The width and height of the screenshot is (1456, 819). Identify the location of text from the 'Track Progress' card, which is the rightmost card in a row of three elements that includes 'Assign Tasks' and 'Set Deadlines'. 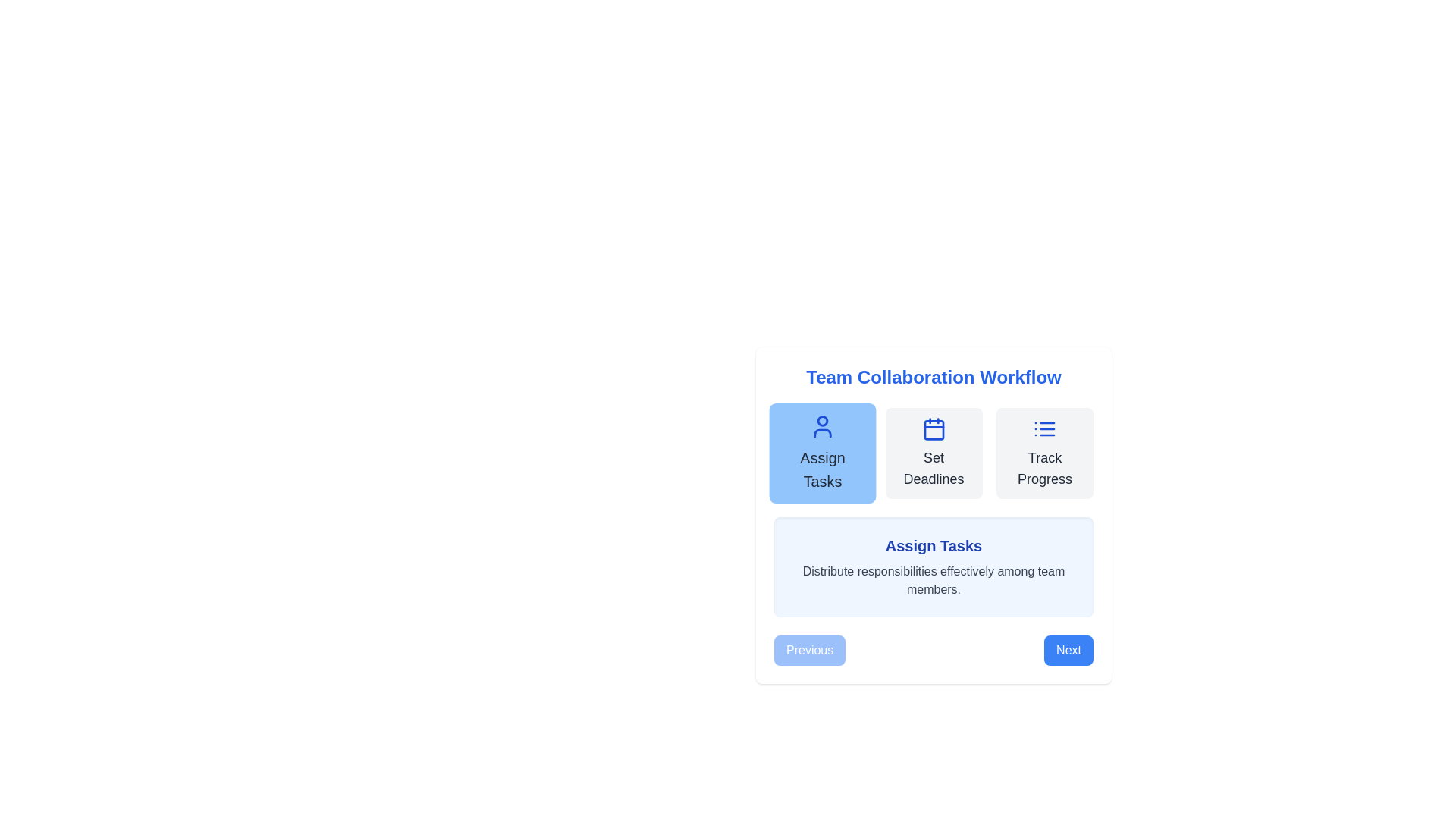
(1043, 452).